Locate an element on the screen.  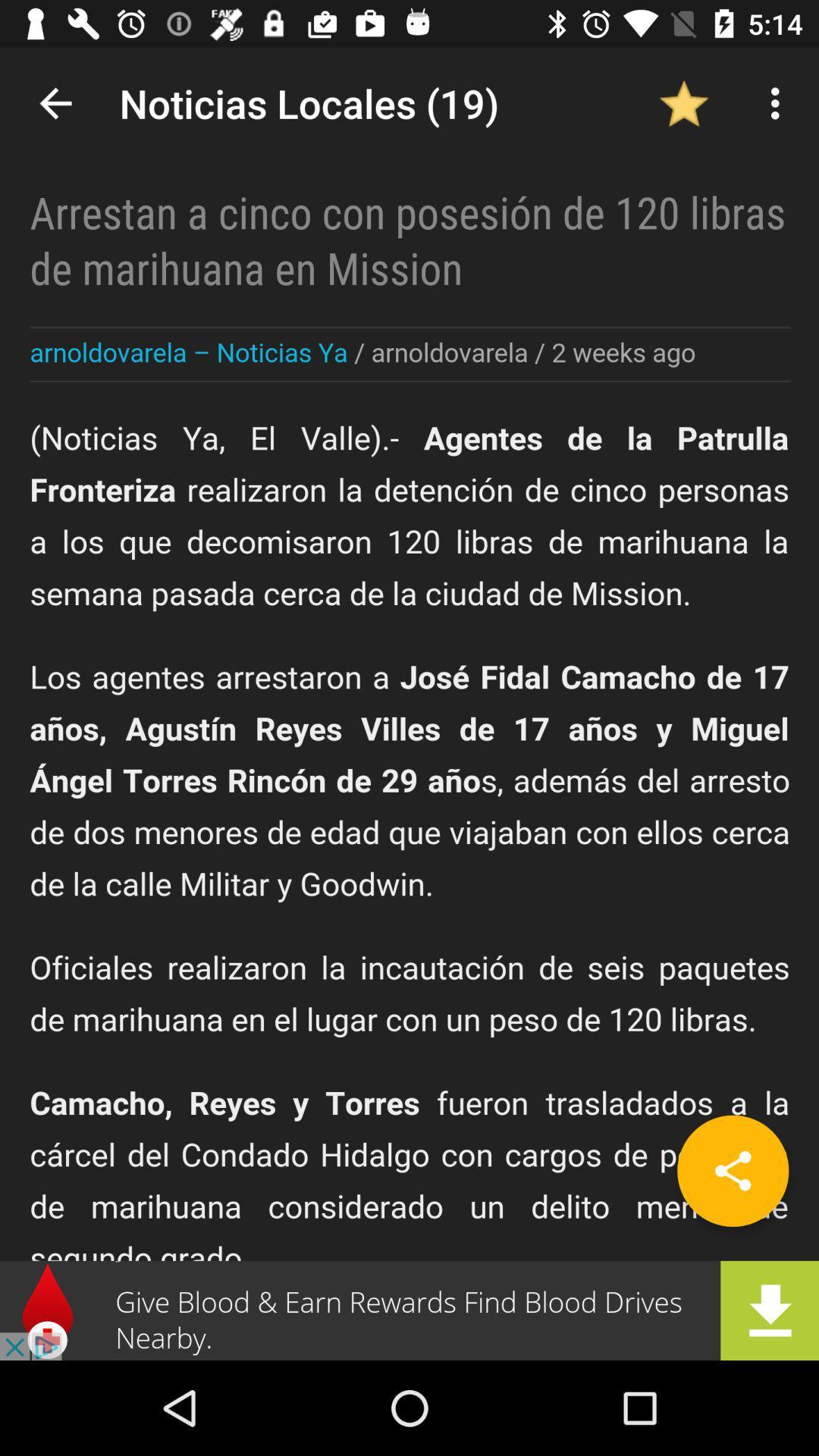
share the article is located at coordinates (732, 1170).